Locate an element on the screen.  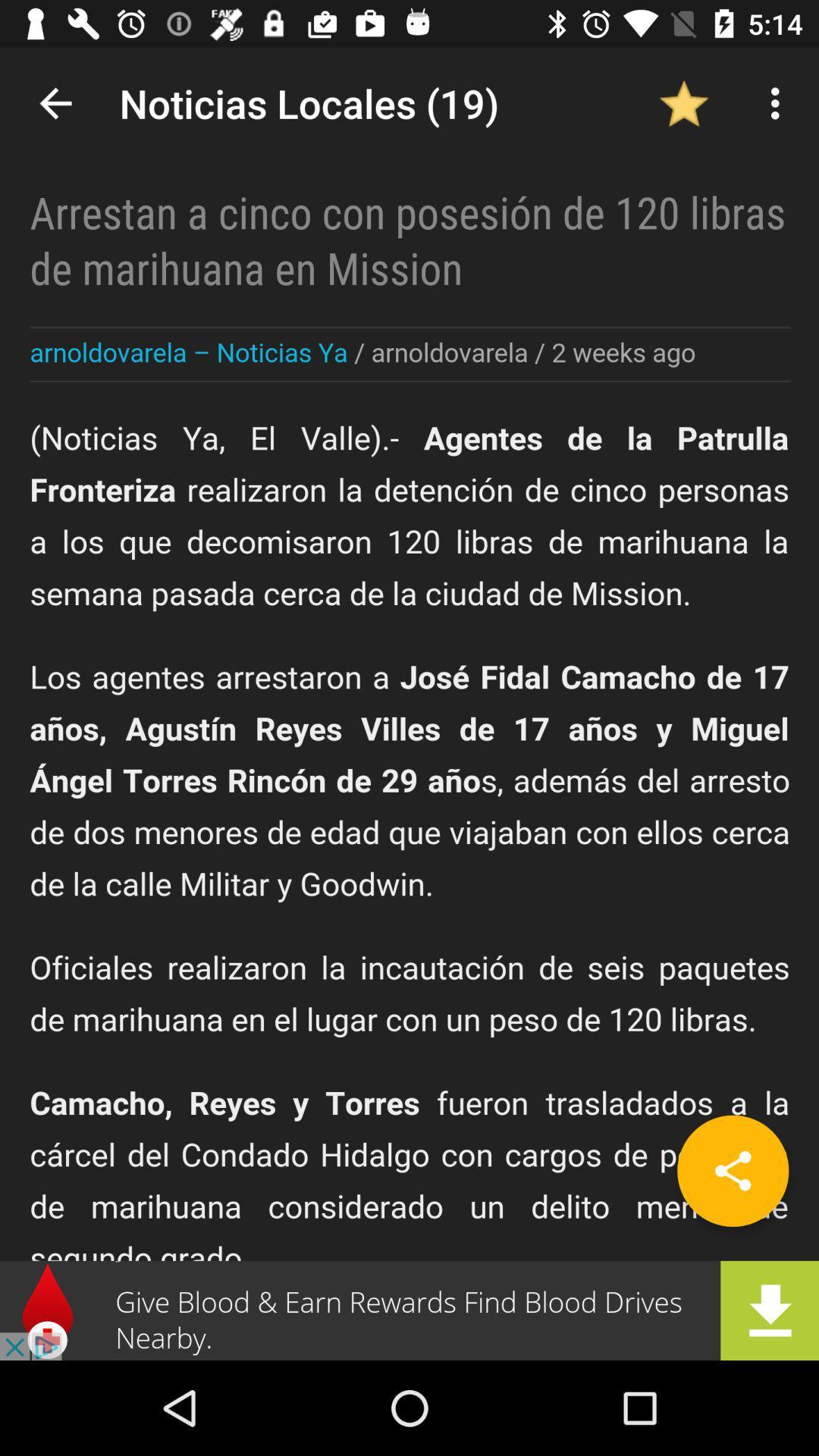
share the article is located at coordinates (732, 1170).